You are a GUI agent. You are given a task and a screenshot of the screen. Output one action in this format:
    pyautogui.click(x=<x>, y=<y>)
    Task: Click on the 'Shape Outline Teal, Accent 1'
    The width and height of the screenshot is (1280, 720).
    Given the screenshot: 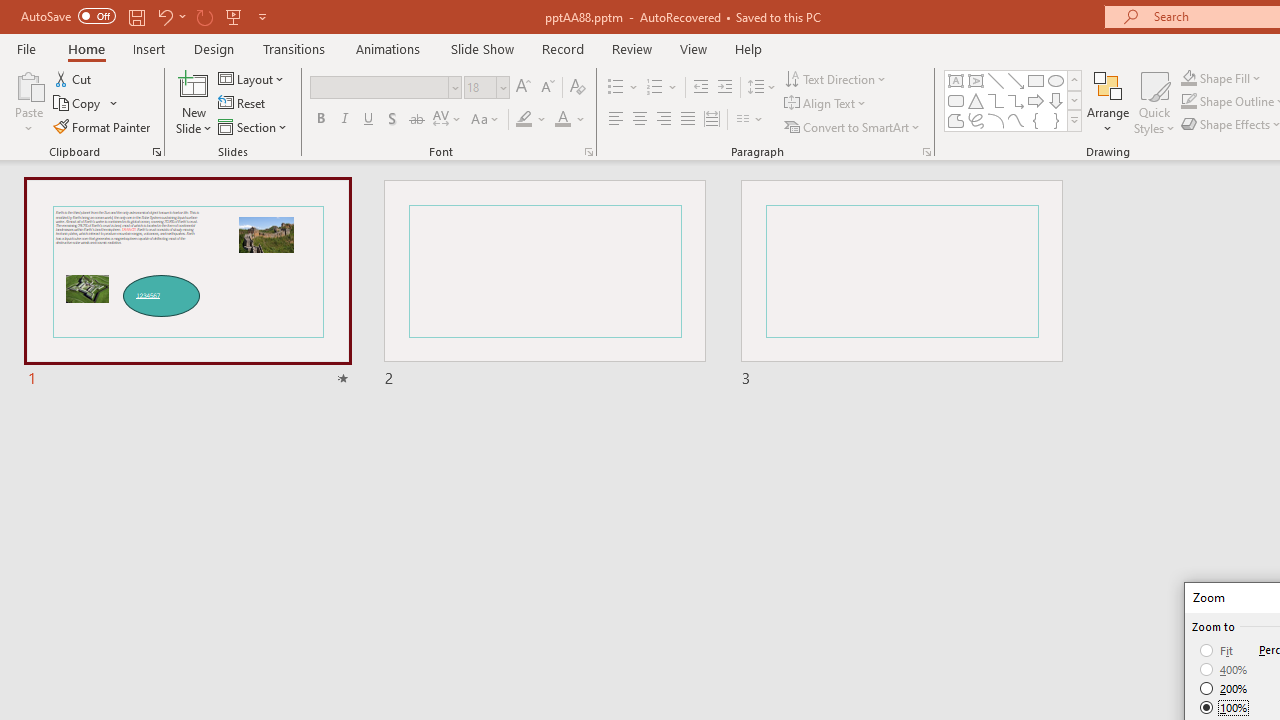 What is the action you would take?
    pyautogui.click(x=1189, y=101)
    